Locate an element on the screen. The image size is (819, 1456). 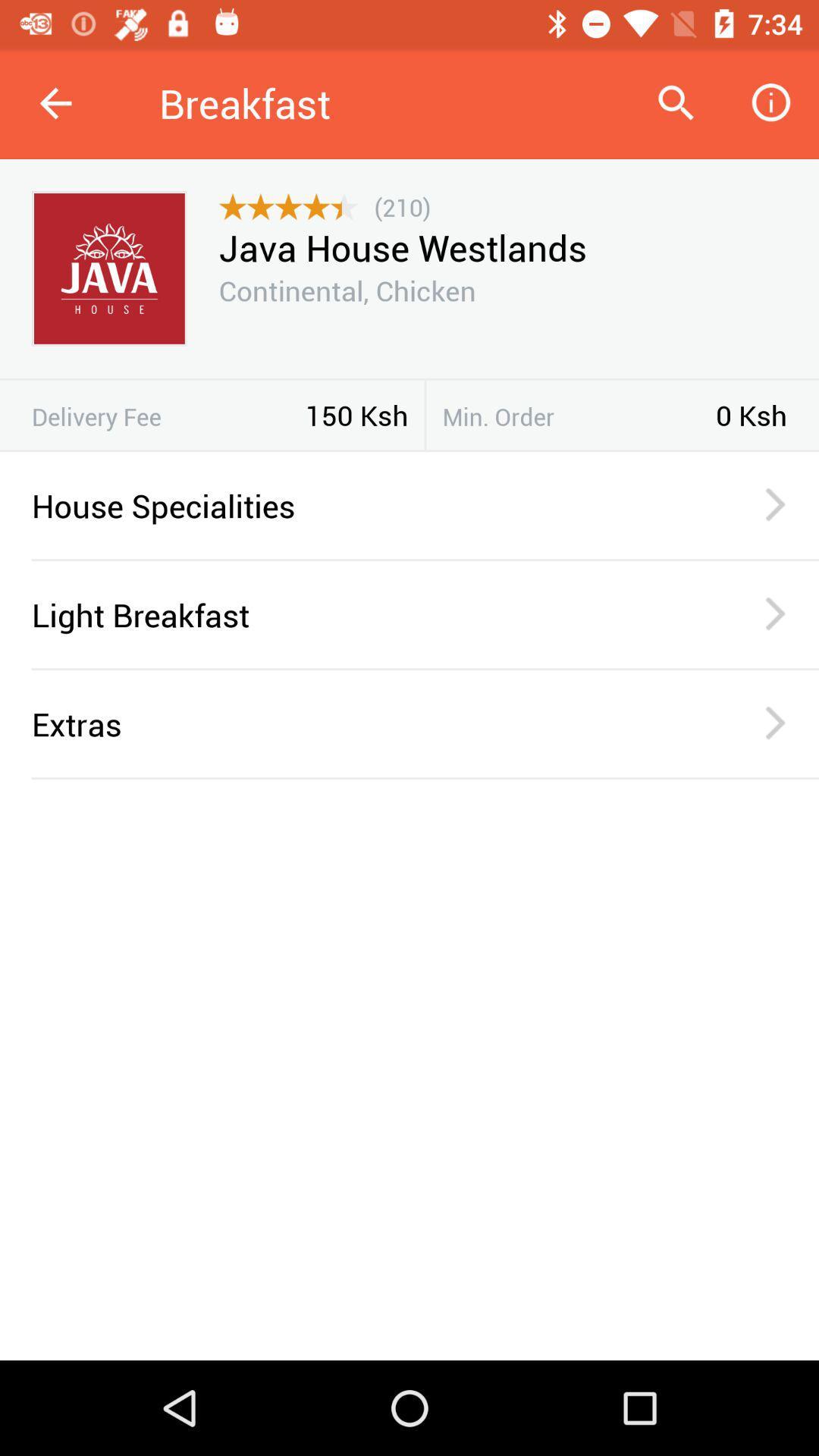
the icon below 150 ksh icon is located at coordinates (409, 450).